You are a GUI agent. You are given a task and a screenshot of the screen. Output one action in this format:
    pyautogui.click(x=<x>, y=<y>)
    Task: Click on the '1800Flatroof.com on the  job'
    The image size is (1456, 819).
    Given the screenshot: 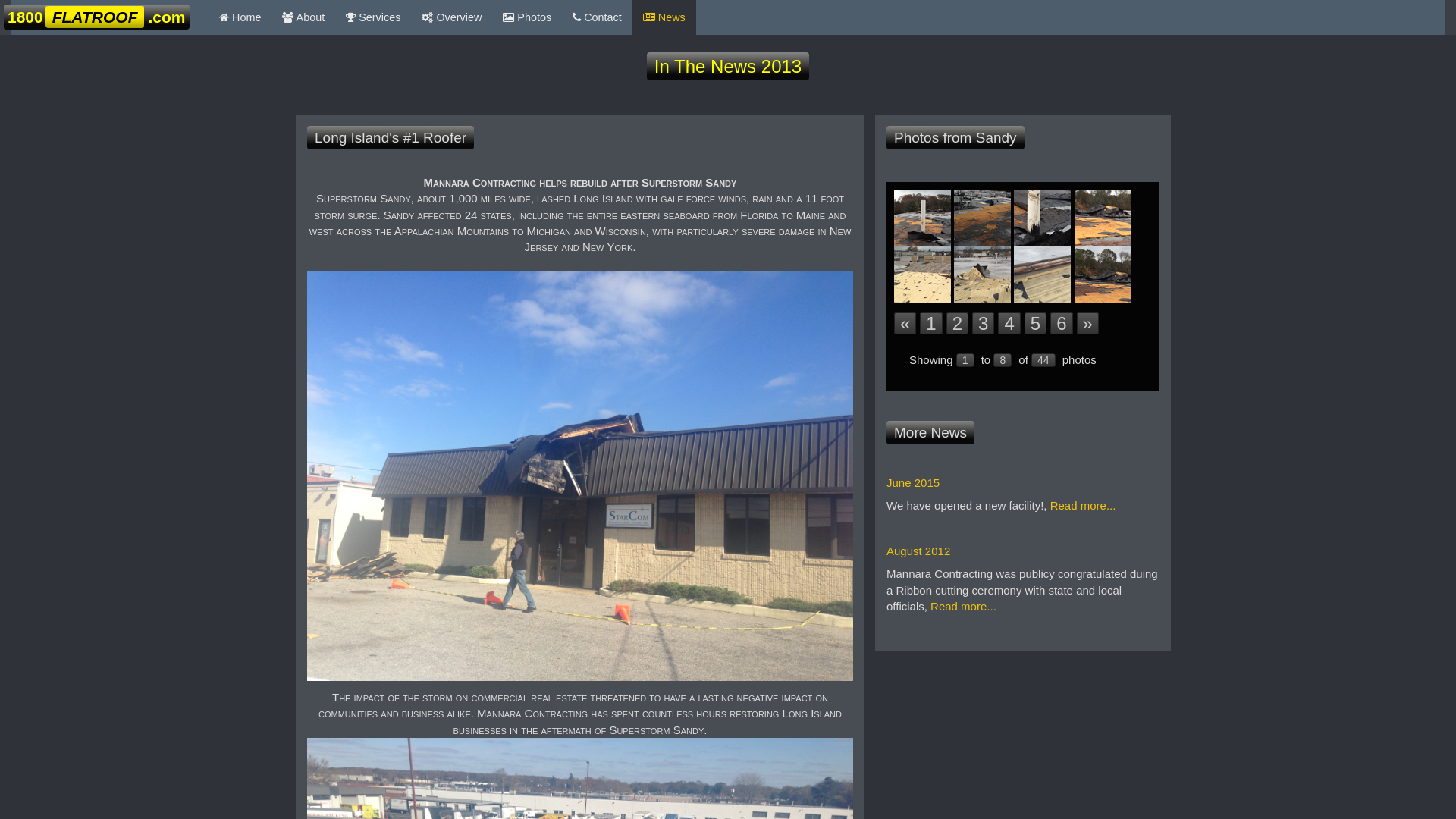 What is the action you would take?
    pyautogui.click(x=1073, y=273)
    